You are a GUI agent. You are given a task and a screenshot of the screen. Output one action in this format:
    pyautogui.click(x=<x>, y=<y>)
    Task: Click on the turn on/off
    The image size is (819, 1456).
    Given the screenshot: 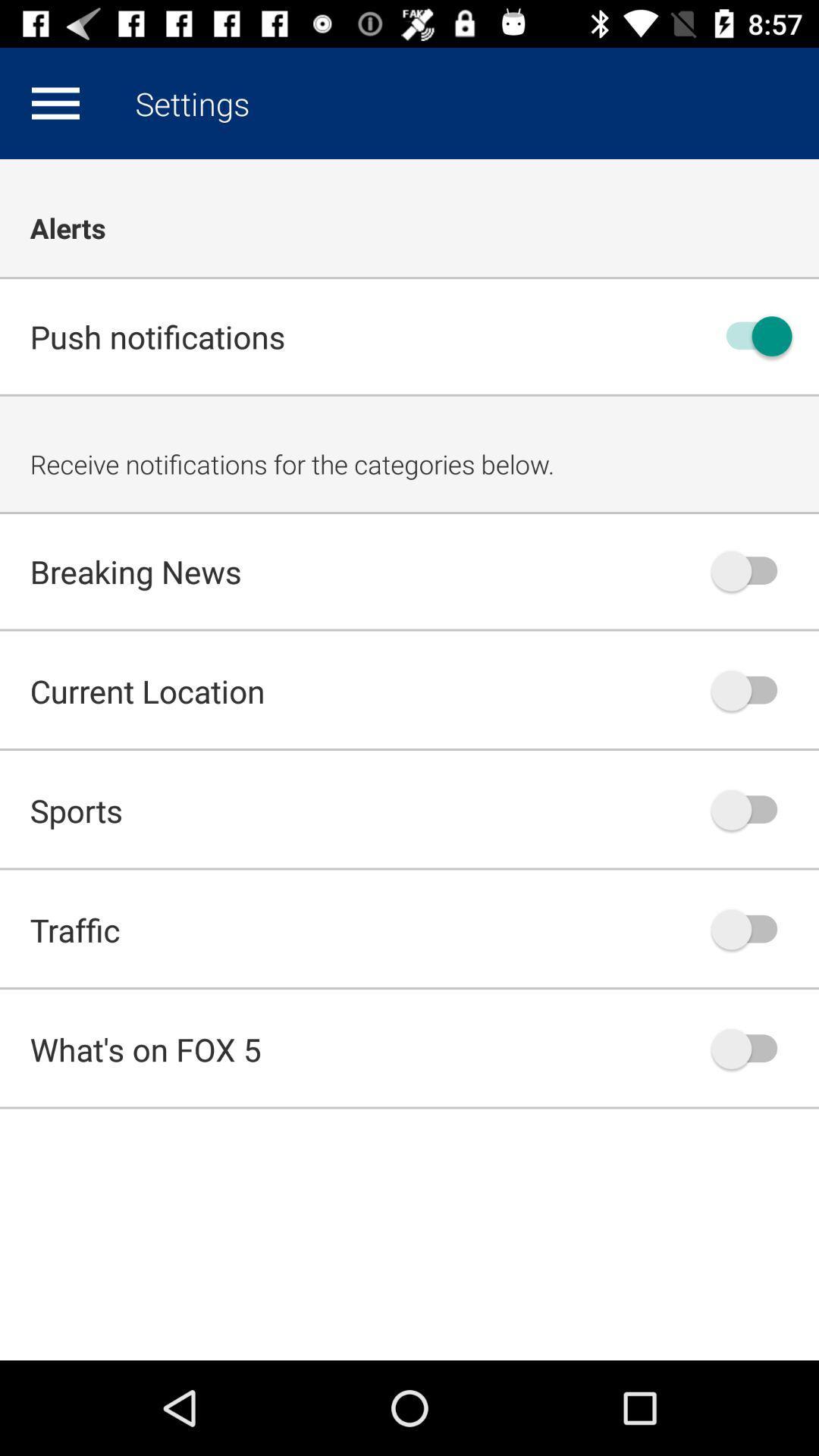 What is the action you would take?
    pyautogui.click(x=752, y=928)
    